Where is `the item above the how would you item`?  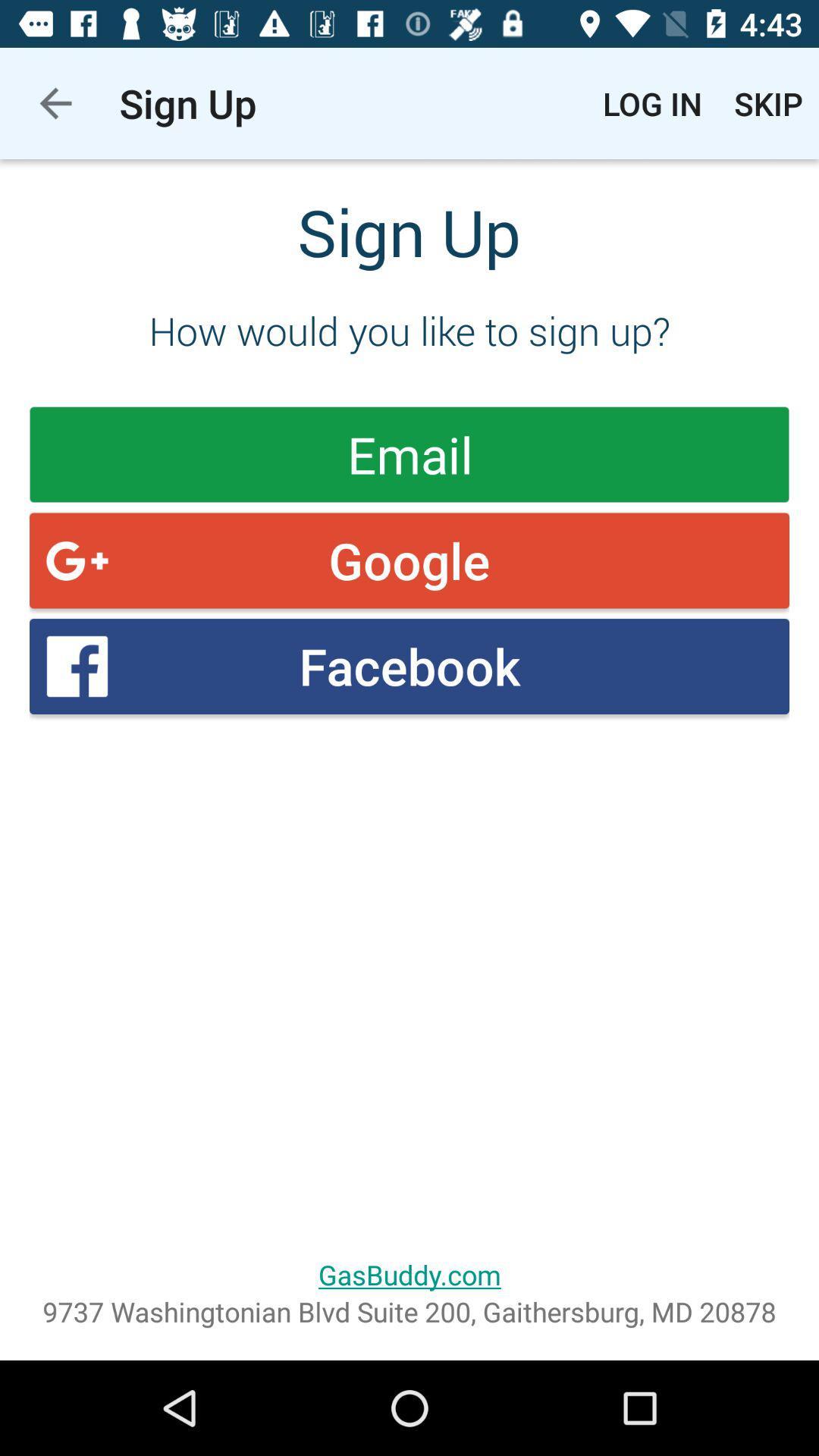
the item above the how would you item is located at coordinates (768, 102).